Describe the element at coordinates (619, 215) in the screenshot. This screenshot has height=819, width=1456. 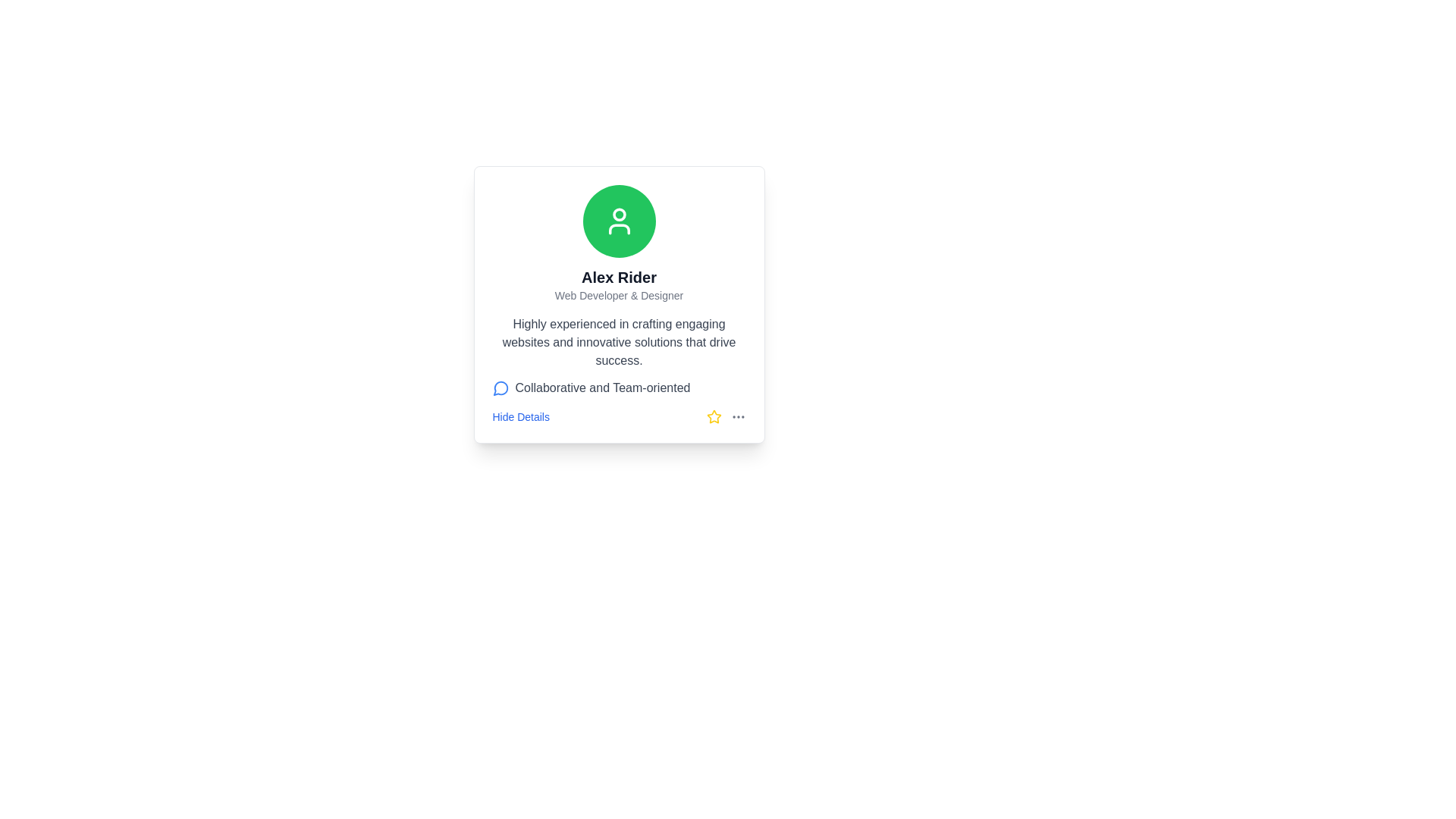
I see `small circular shape representing the head in the user icon by opening the developer tools` at that location.